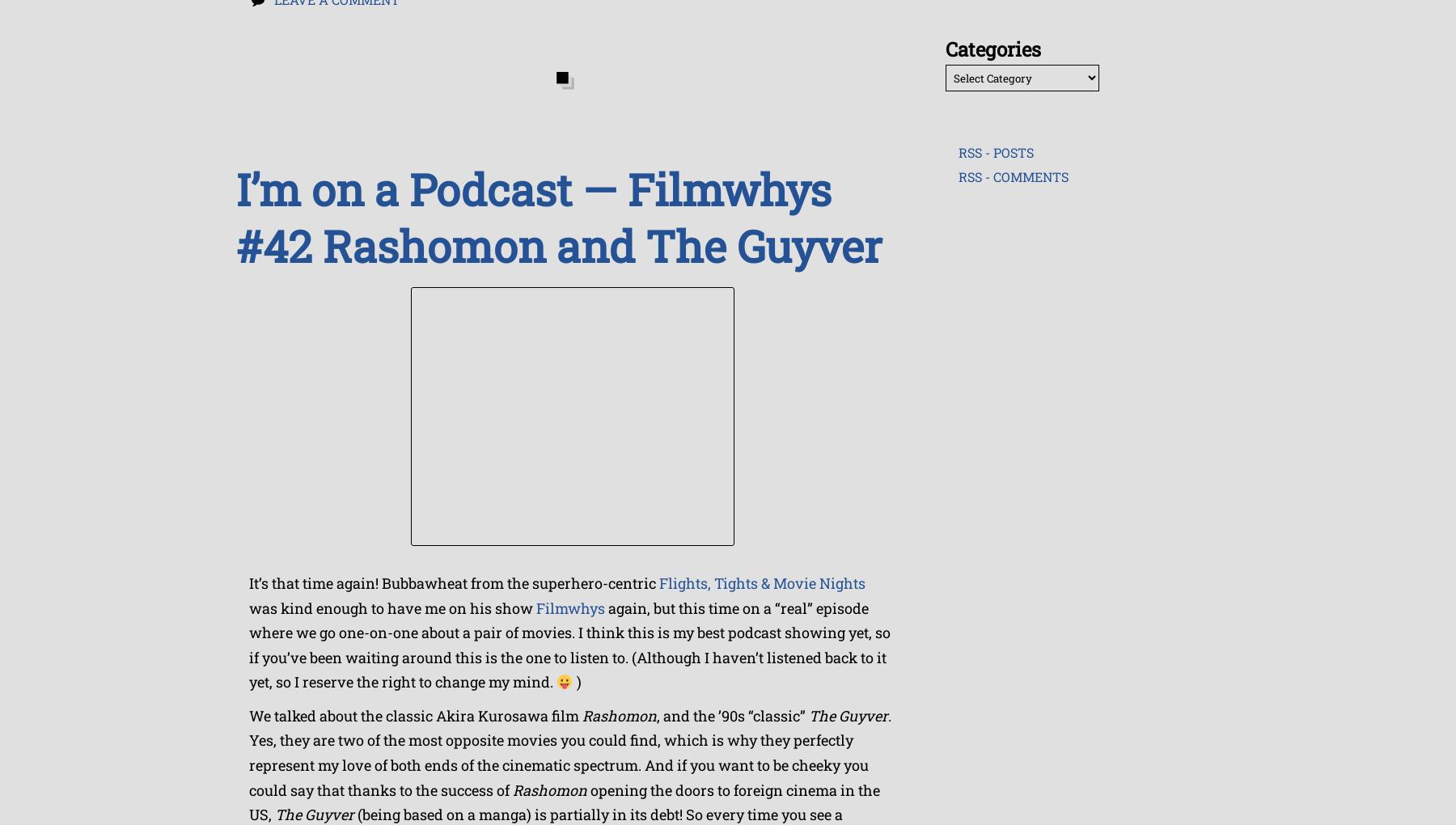  What do you see at coordinates (992, 49) in the screenshot?
I see `'Categories'` at bounding box center [992, 49].